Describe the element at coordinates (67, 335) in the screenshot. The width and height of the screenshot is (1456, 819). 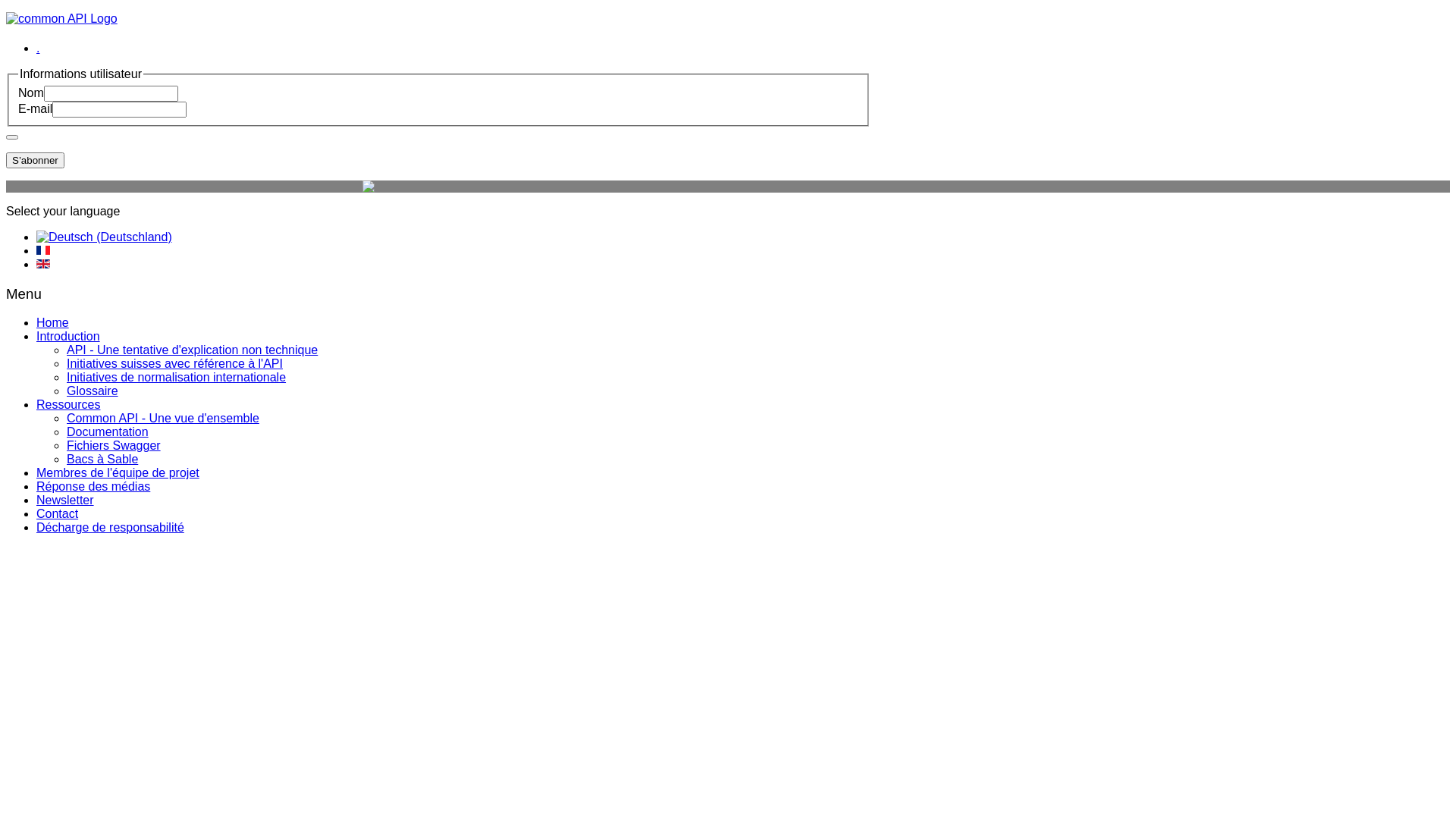
I see `'Introduction'` at that location.